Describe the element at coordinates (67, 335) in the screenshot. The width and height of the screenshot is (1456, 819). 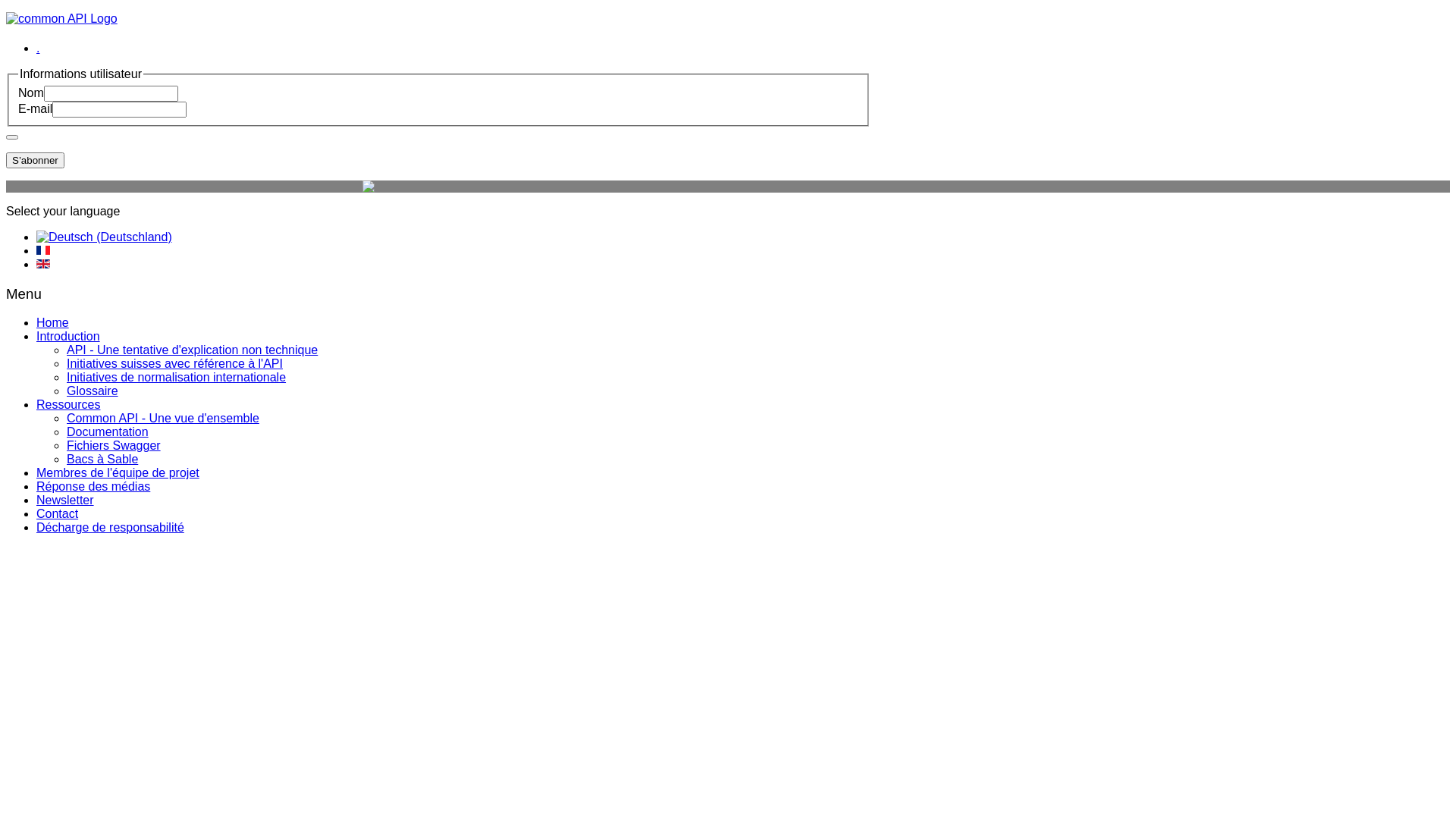
I see `'Introduction'` at that location.